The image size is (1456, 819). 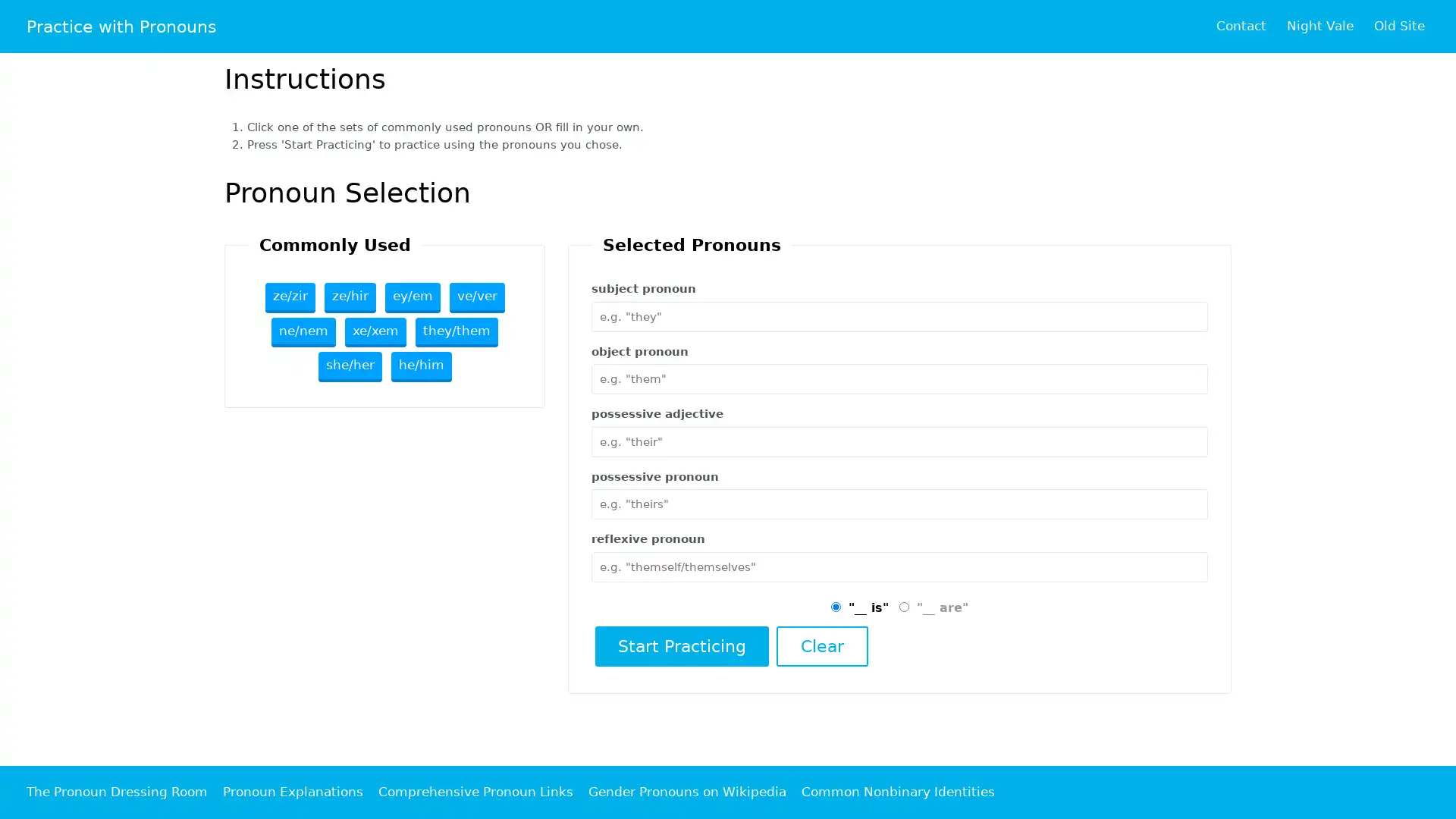 What do you see at coordinates (421, 366) in the screenshot?
I see `he/him` at bounding box center [421, 366].